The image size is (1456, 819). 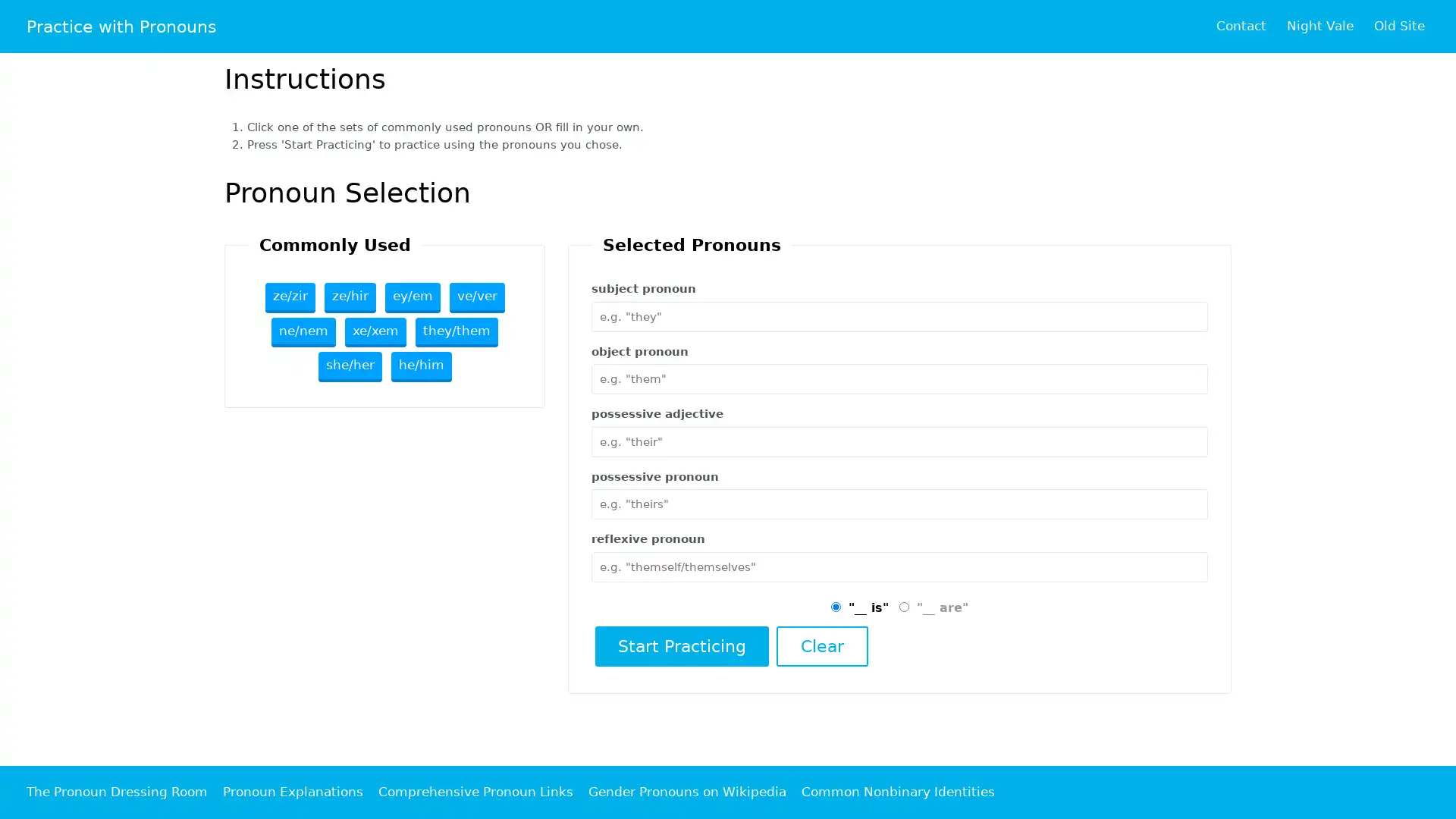 What do you see at coordinates (421, 366) in the screenshot?
I see `he/him` at bounding box center [421, 366].